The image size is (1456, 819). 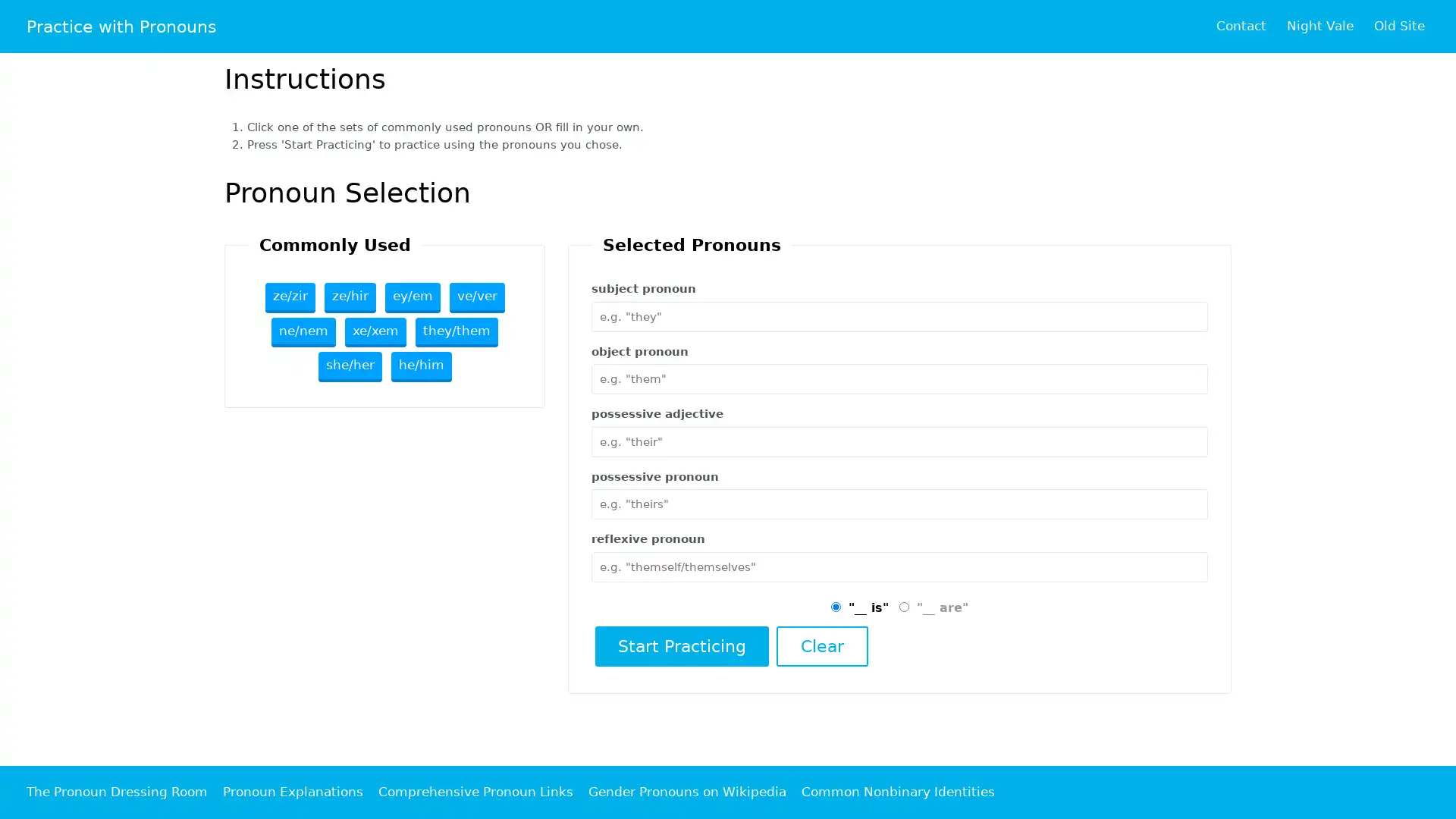 What do you see at coordinates (421, 366) in the screenshot?
I see `he/him` at bounding box center [421, 366].